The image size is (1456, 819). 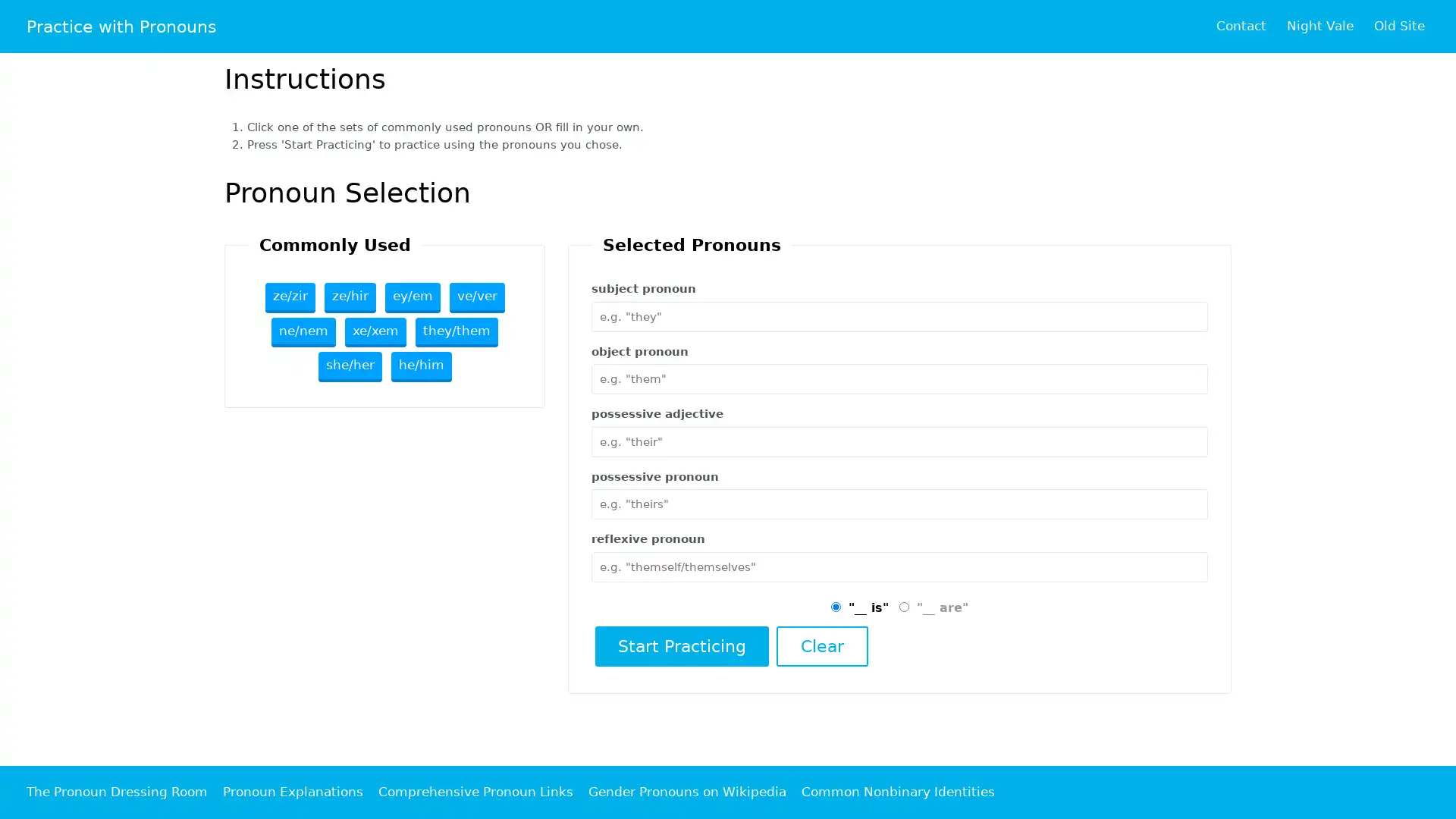 What do you see at coordinates (421, 366) in the screenshot?
I see `he/him` at bounding box center [421, 366].